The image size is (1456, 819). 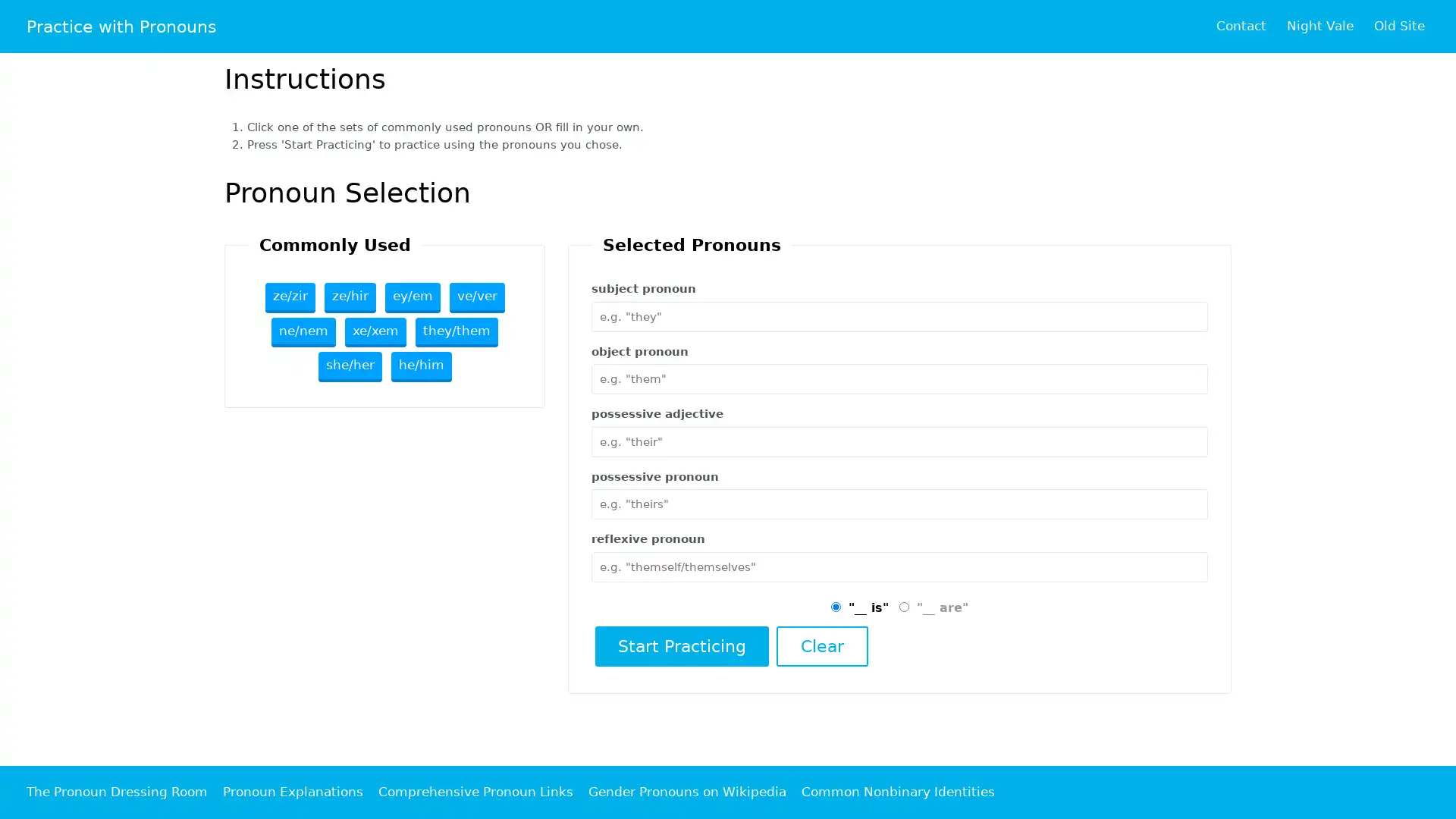 What do you see at coordinates (421, 366) in the screenshot?
I see `he/him` at bounding box center [421, 366].